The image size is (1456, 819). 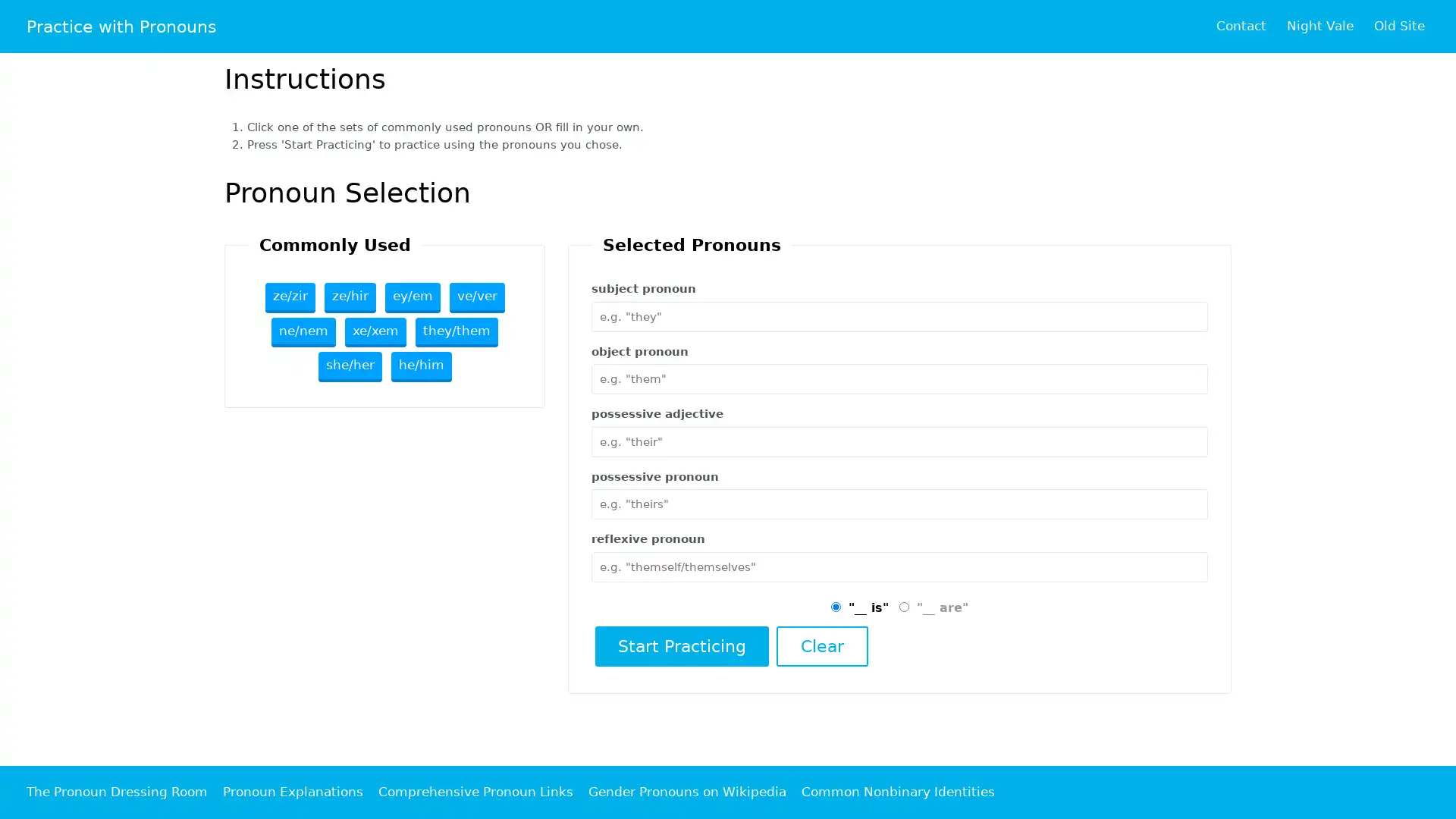 What do you see at coordinates (421, 366) in the screenshot?
I see `he/him` at bounding box center [421, 366].